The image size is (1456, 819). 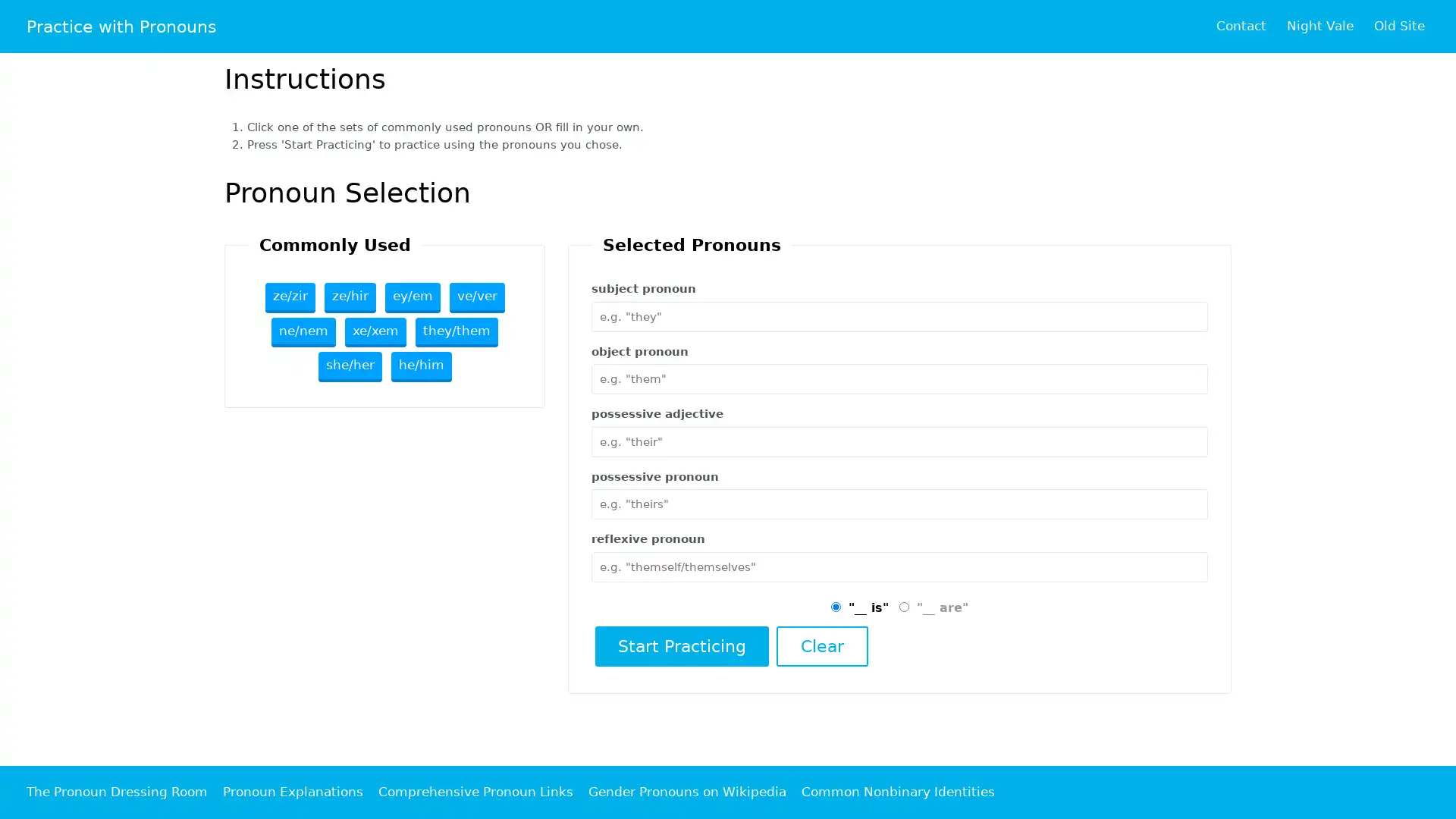 What do you see at coordinates (421, 366) in the screenshot?
I see `he/him` at bounding box center [421, 366].